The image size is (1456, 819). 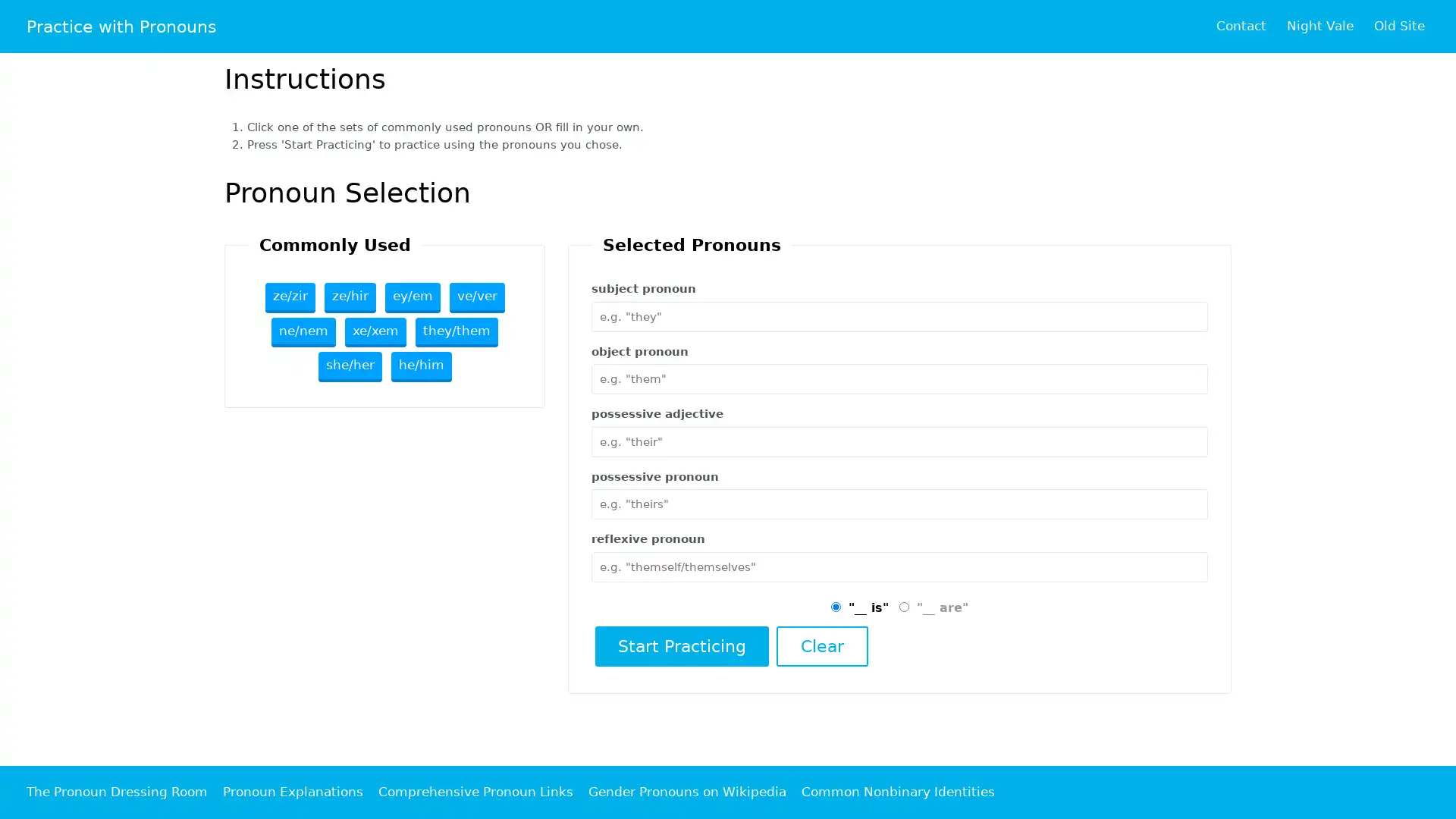 What do you see at coordinates (421, 366) in the screenshot?
I see `he/him` at bounding box center [421, 366].